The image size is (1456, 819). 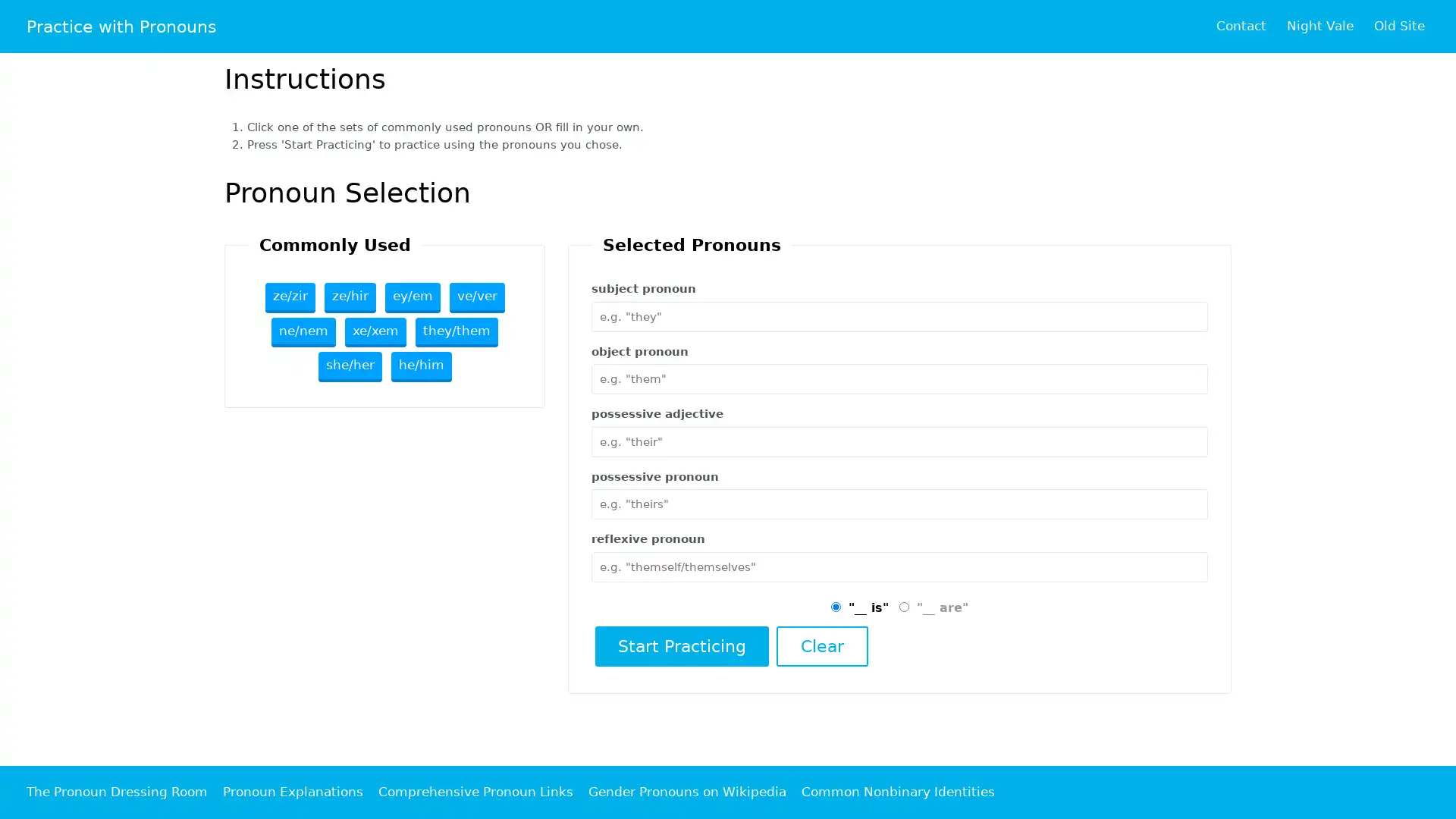 What do you see at coordinates (421, 366) in the screenshot?
I see `he/him` at bounding box center [421, 366].